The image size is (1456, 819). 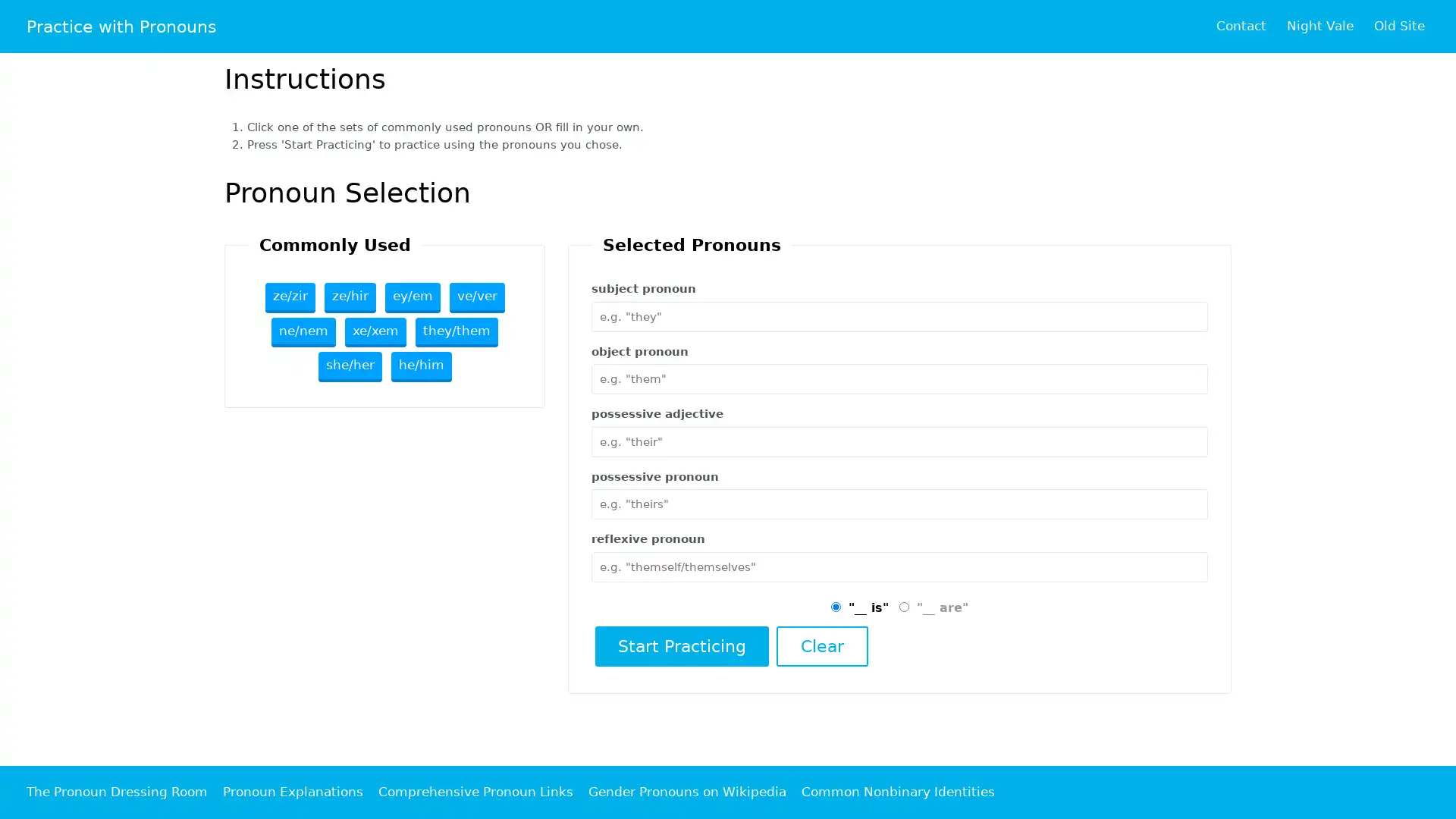 What do you see at coordinates (421, 366) in the screenshot?
I see `he/him` at bounding box center [421, 366].